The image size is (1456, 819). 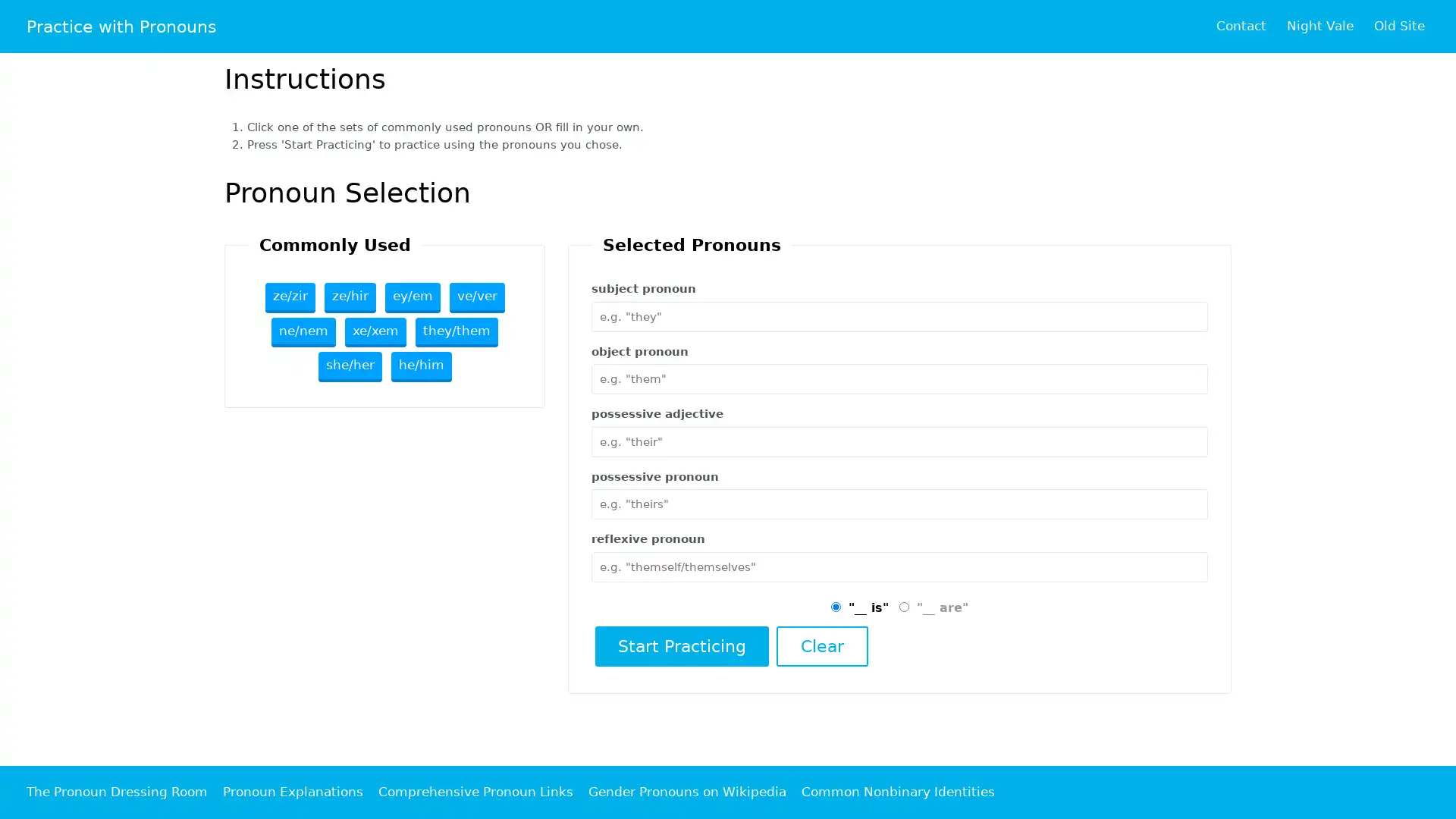 What do you see at coordinates (421, 366) in the screenshot?
I see `he/him` at bounding box center [421, 366].